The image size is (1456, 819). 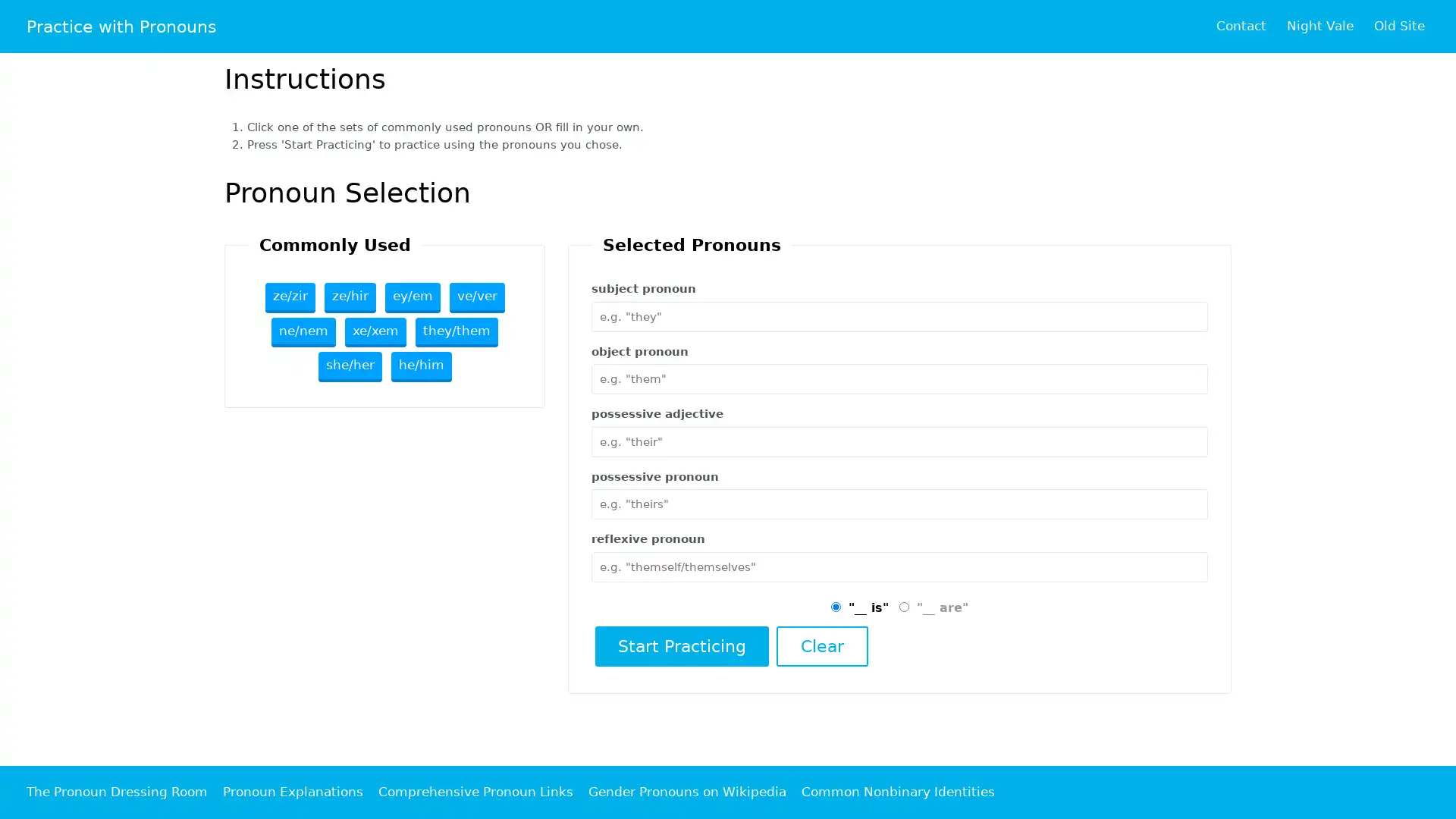 What do you see at coordinates (421, 366) in the screenshot?
I see `he/him` at bounding box center [421, 366].